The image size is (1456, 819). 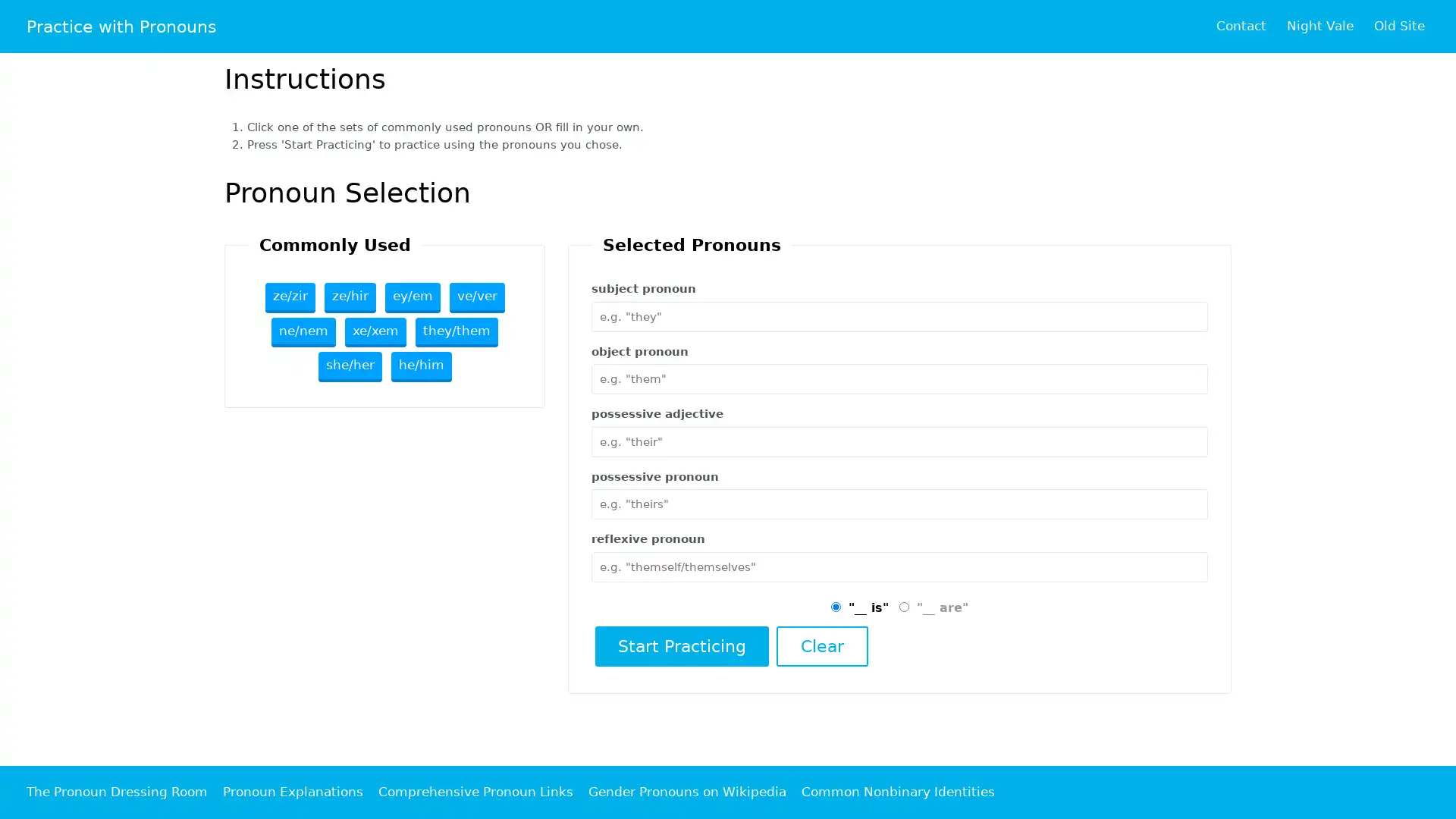 What do you see at coordinates (421, 366) in the screenshot?
I see `he/him` at bounding box center [421, 366].